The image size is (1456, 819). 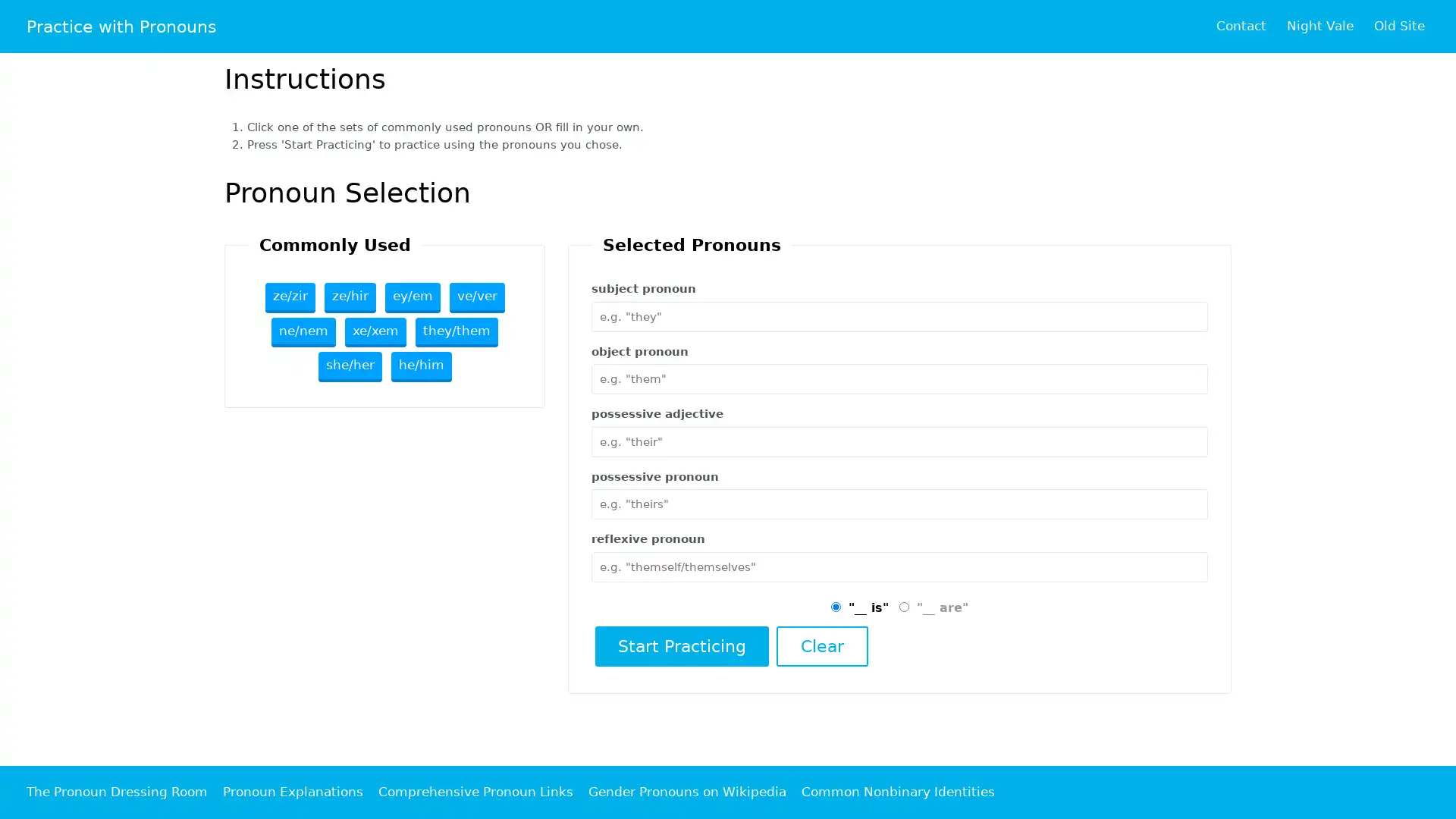 What do you see at coordinates (421, 366) in the screenshot?
I see `he/him` at bounding box center [421, 366].